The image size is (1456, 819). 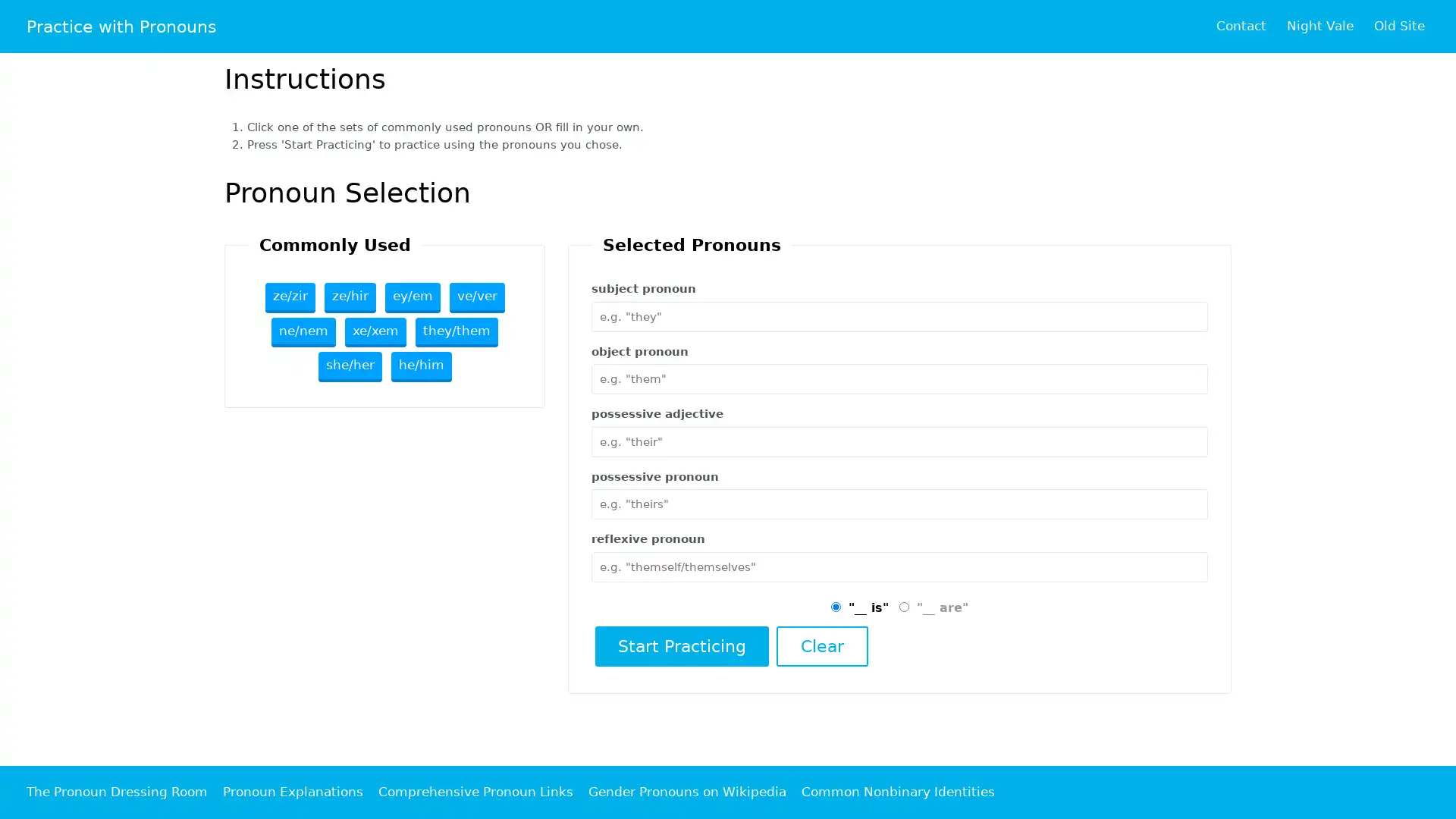 What do you see at coordinates (421, 366) in the screenshot?
I see `he/him` at bounding box center [421, 366].